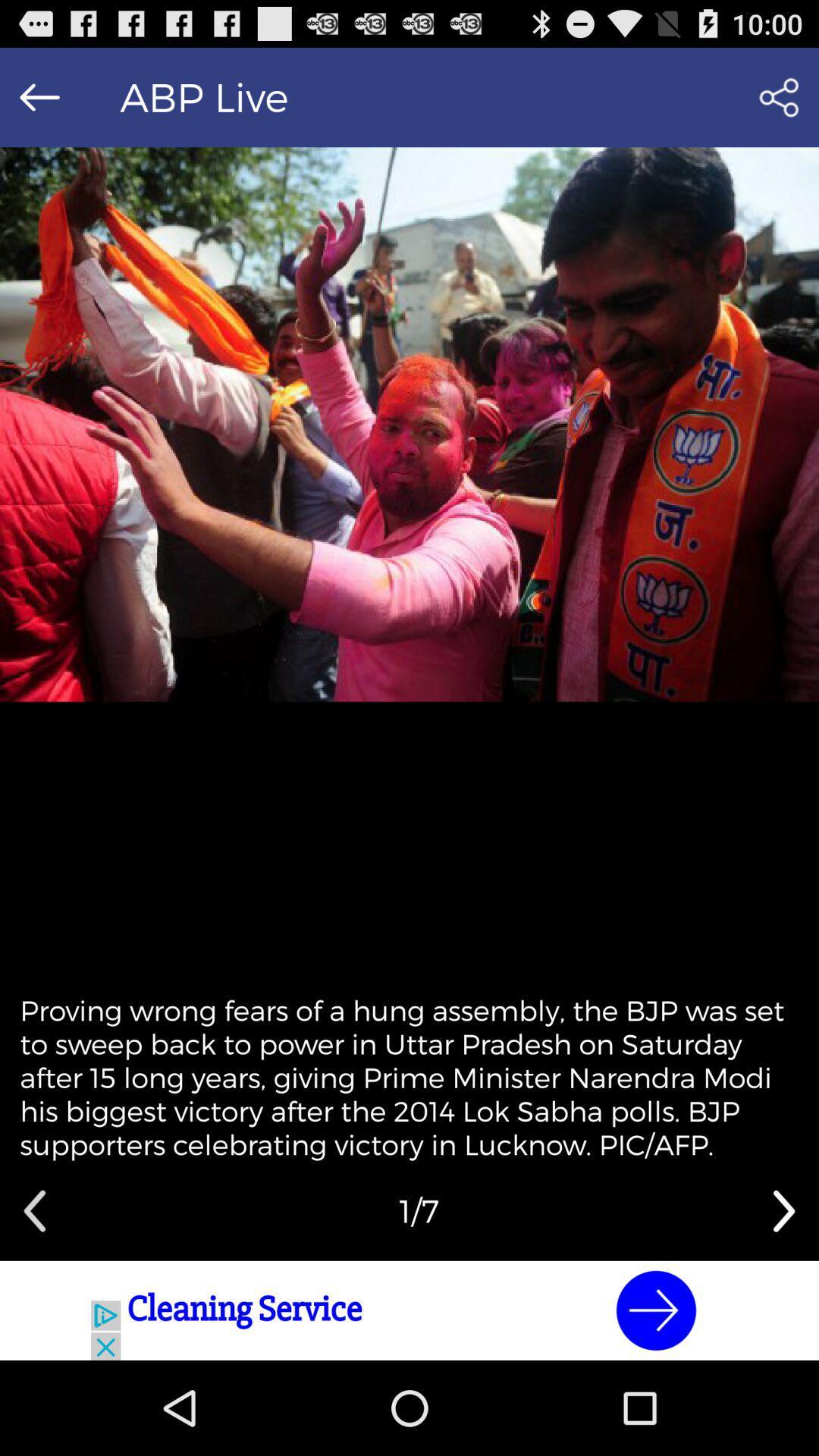  What do you see at coordinates (779, 103) in the screenshot?
I see `the share icon` at bounding box center [779, 103].